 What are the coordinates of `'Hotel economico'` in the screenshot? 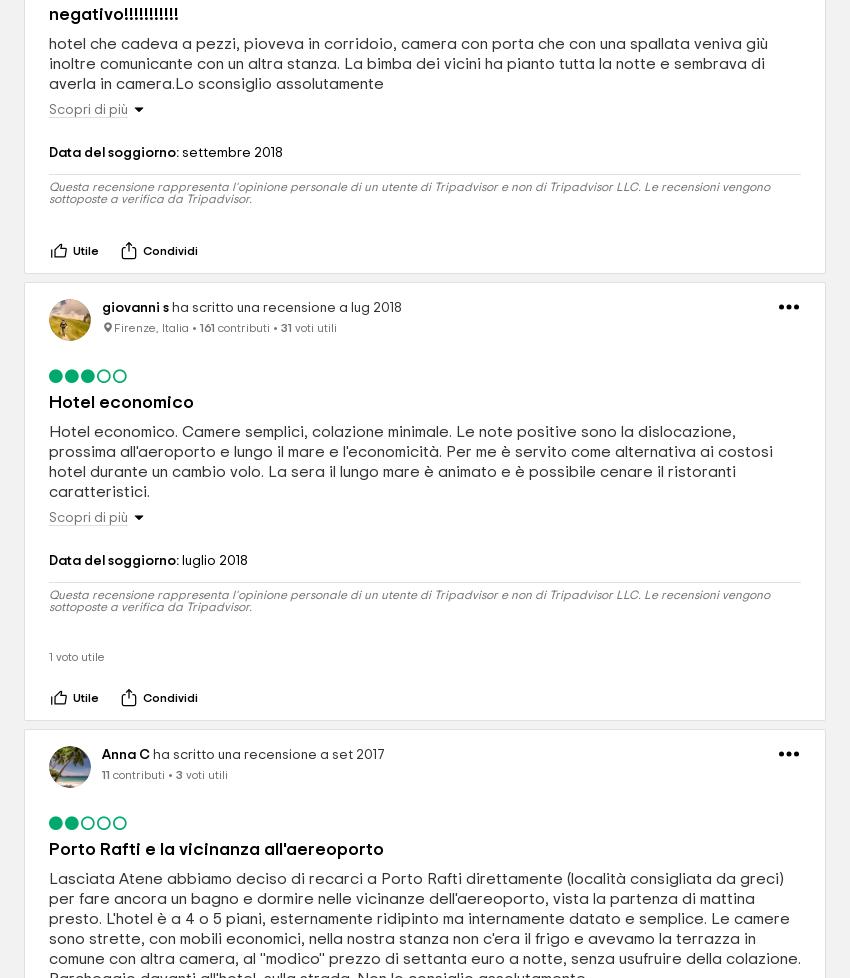 It's located at (120, 402).